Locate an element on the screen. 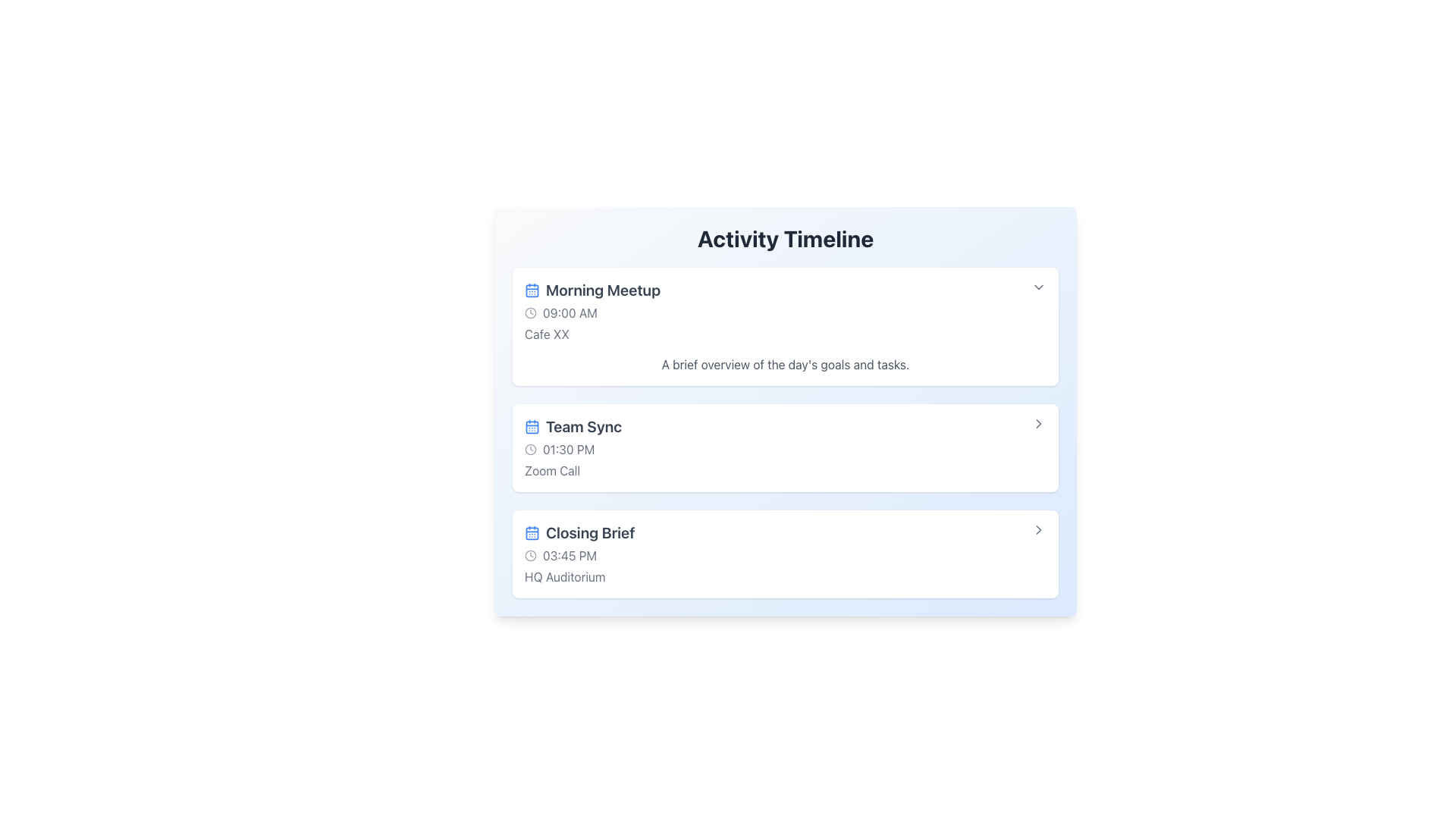 This screenshot has width=1456, height=819. the circular SVG shape with a gray stroke located to the left of the text '09:00 AM' in the 'Morning Meetup' block is located at coordinates (531, 449).